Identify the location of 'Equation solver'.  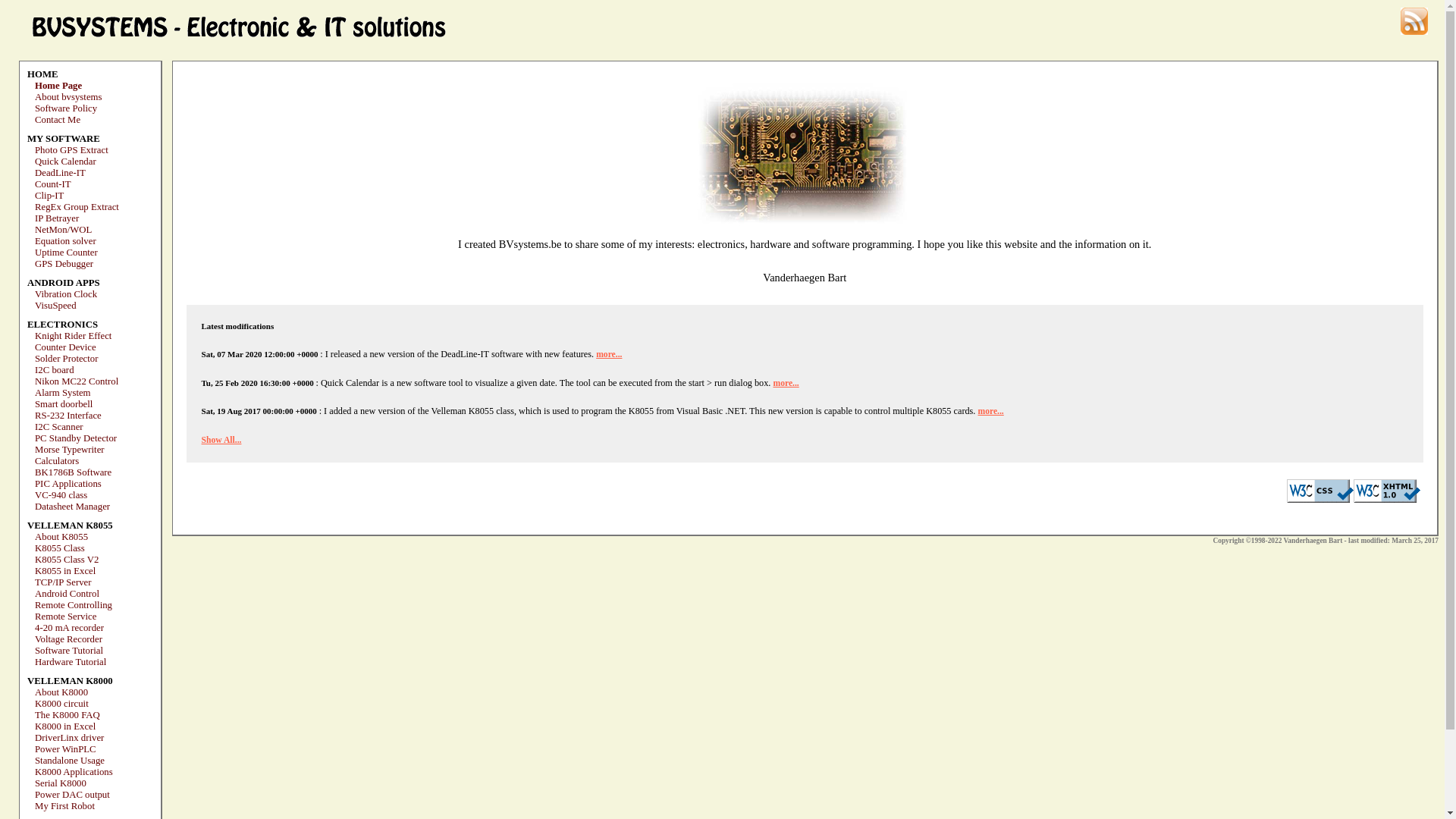
(64, 240).